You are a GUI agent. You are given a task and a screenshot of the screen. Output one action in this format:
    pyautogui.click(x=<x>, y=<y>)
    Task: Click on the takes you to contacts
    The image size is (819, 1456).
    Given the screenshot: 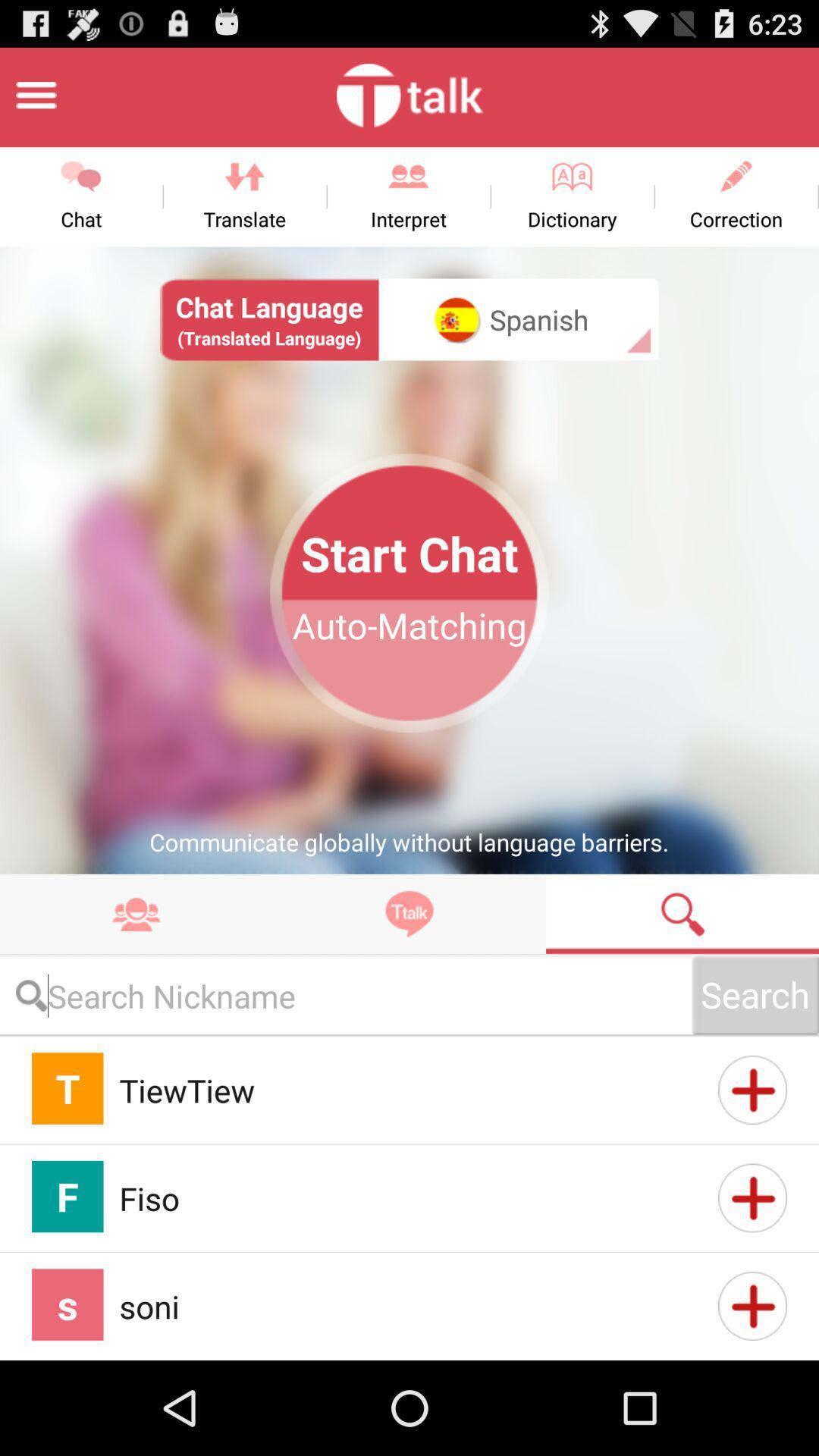 What is the action you would take?
    pyautogui.click(x=136, y=913)
    